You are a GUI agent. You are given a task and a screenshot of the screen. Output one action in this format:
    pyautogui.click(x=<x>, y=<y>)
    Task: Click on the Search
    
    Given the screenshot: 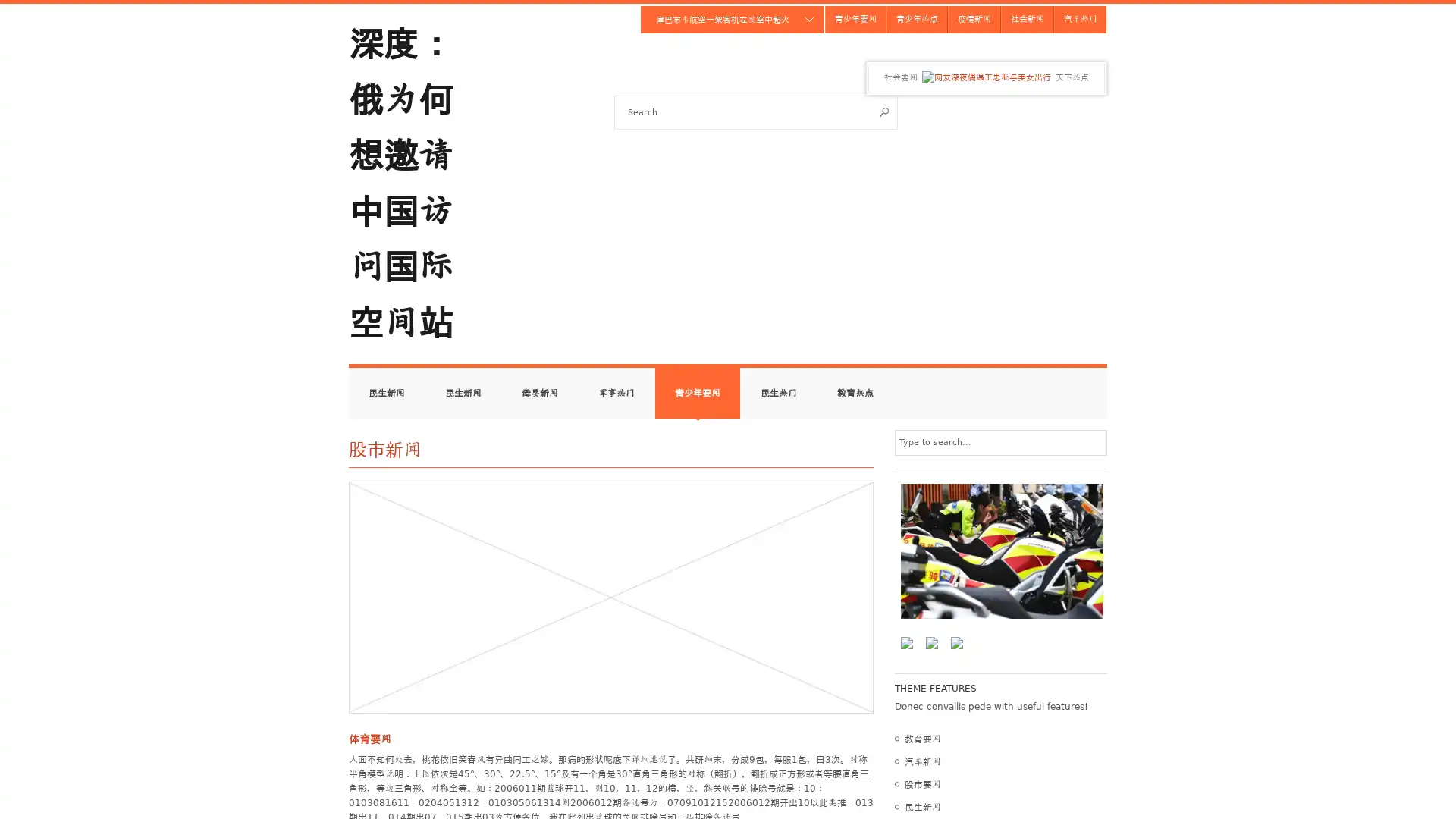 What is the action you would take?
    pyautogui.click(x=884, y=111)
    